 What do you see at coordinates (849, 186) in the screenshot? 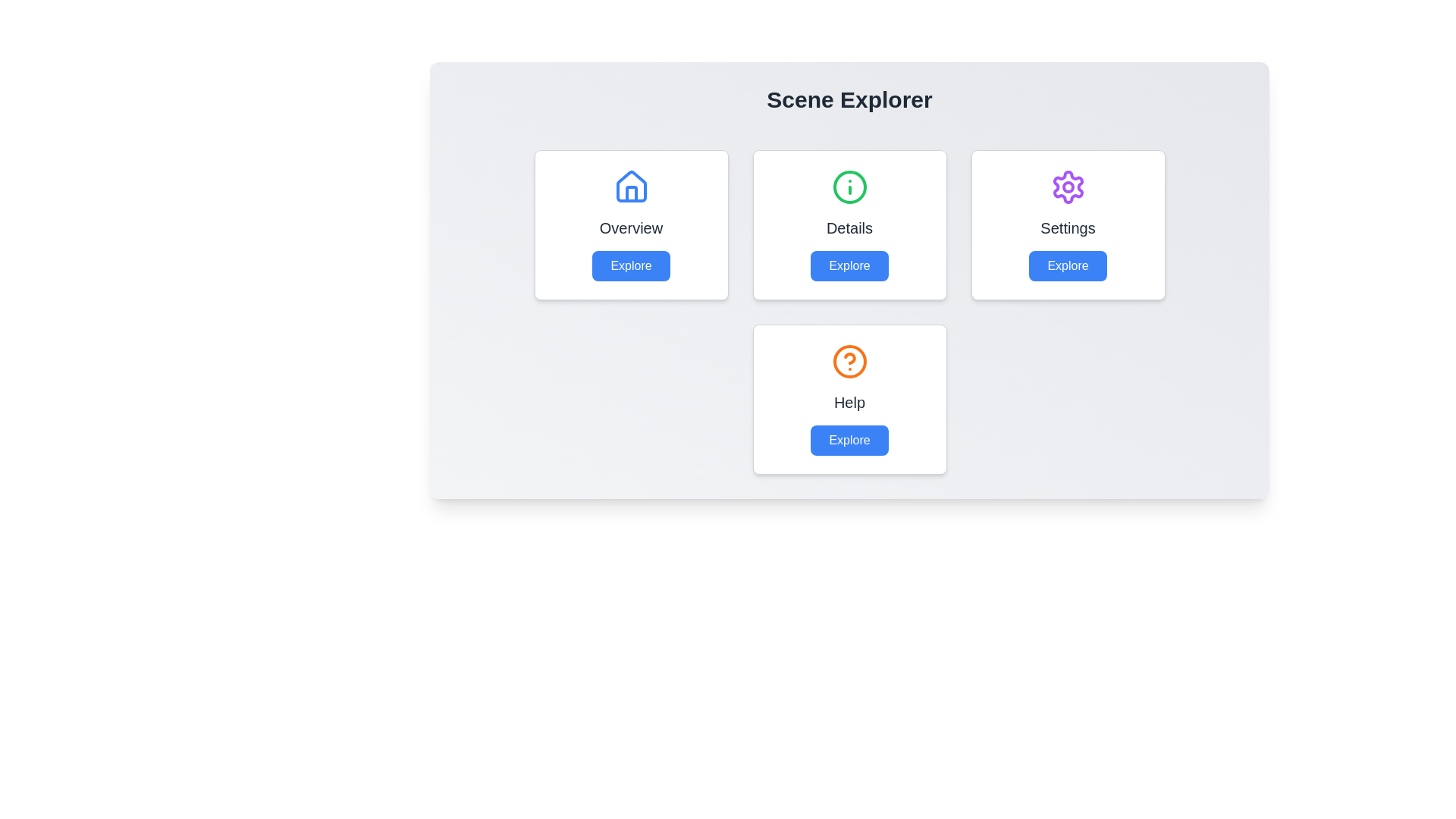
I see `the circular icon with a green border and an information symbol ('i') inside it, located at the top center of the layout interface within the 'Details' card` at bounding box center [849, 186].